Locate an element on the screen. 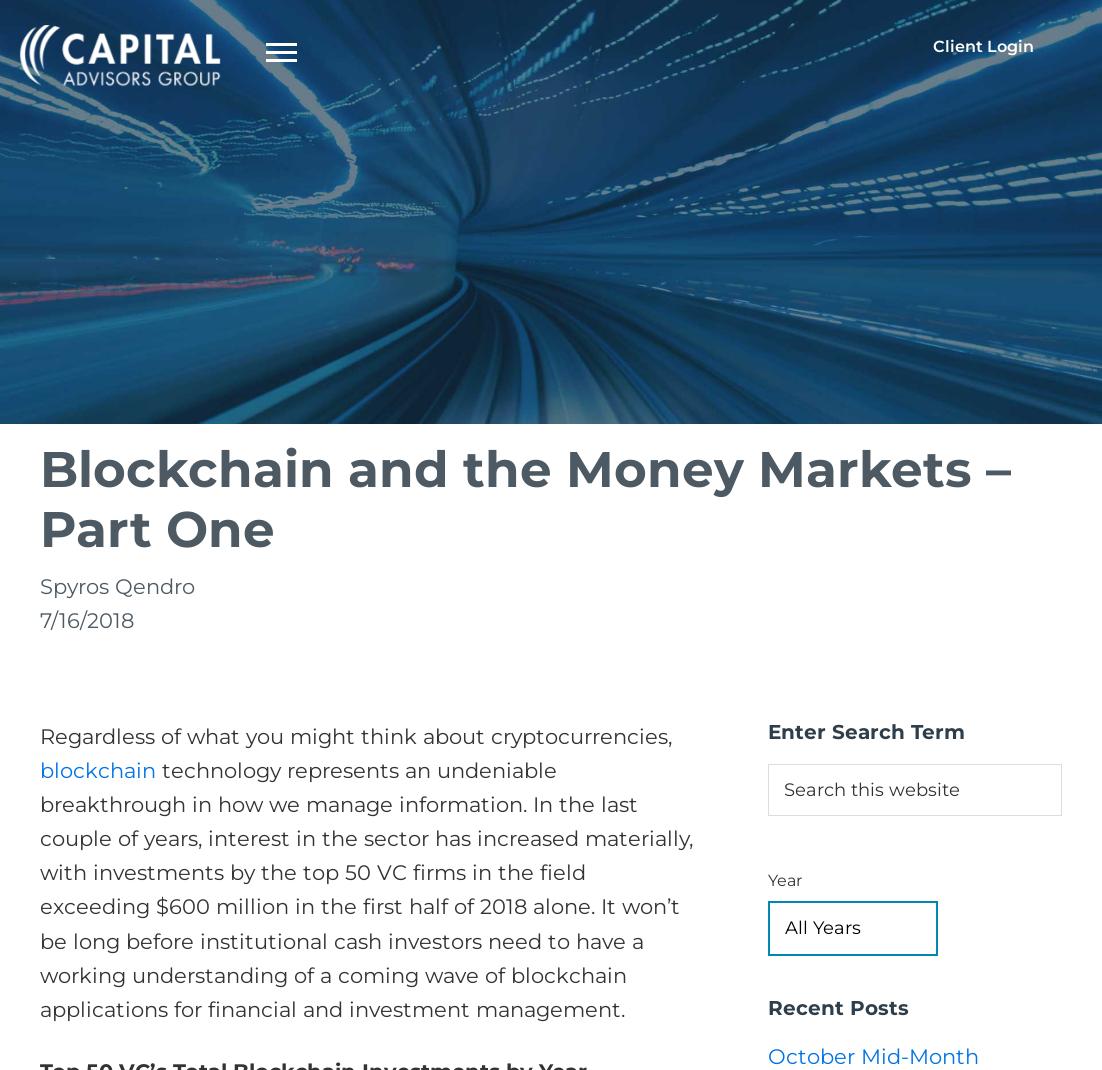 The height and width of the screenshot is (1070, 1102). 'Recent Posts' is located at coordinates (837, 1006).